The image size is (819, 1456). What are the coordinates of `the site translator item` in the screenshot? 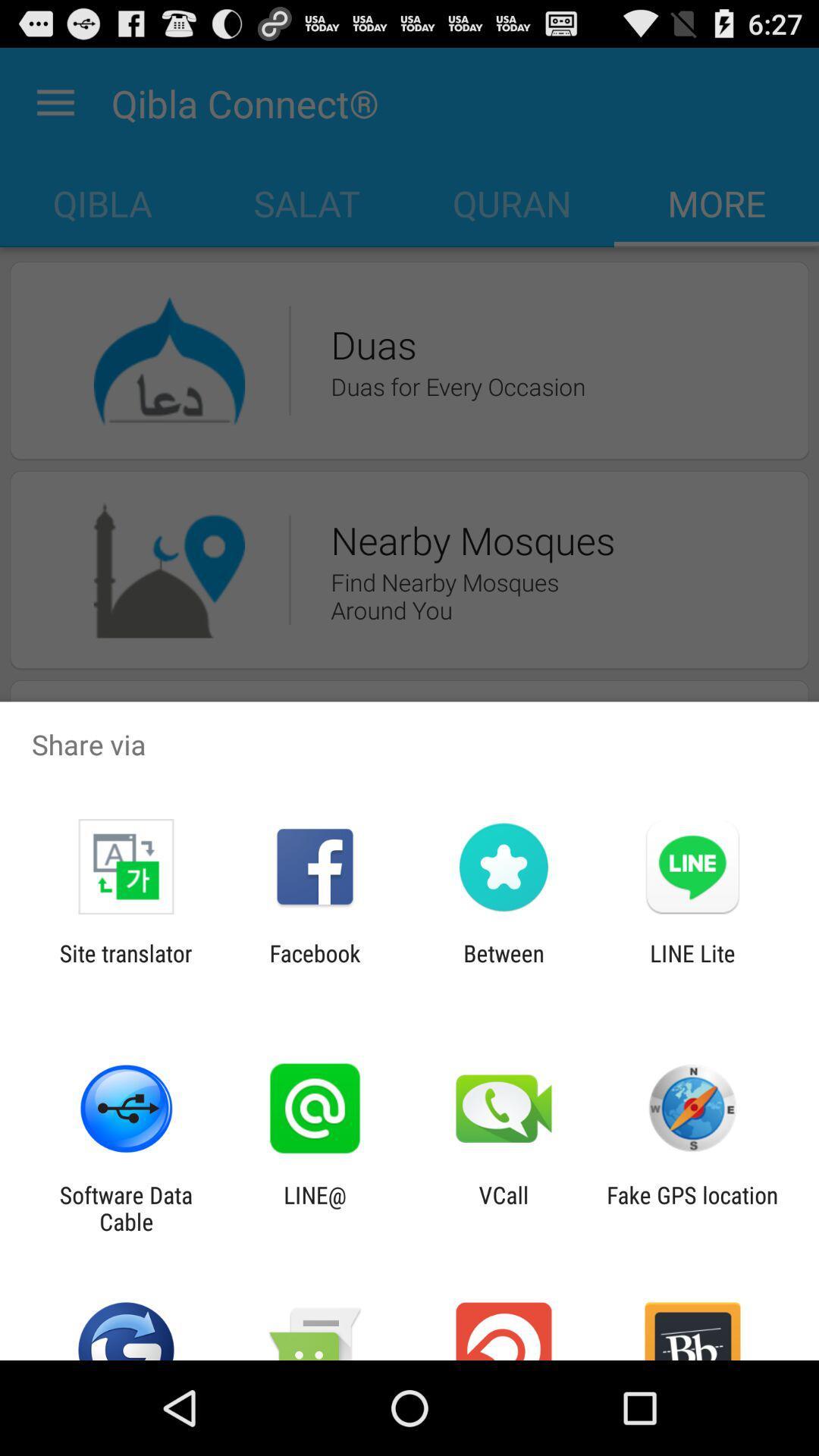 It's located at (125, 966).